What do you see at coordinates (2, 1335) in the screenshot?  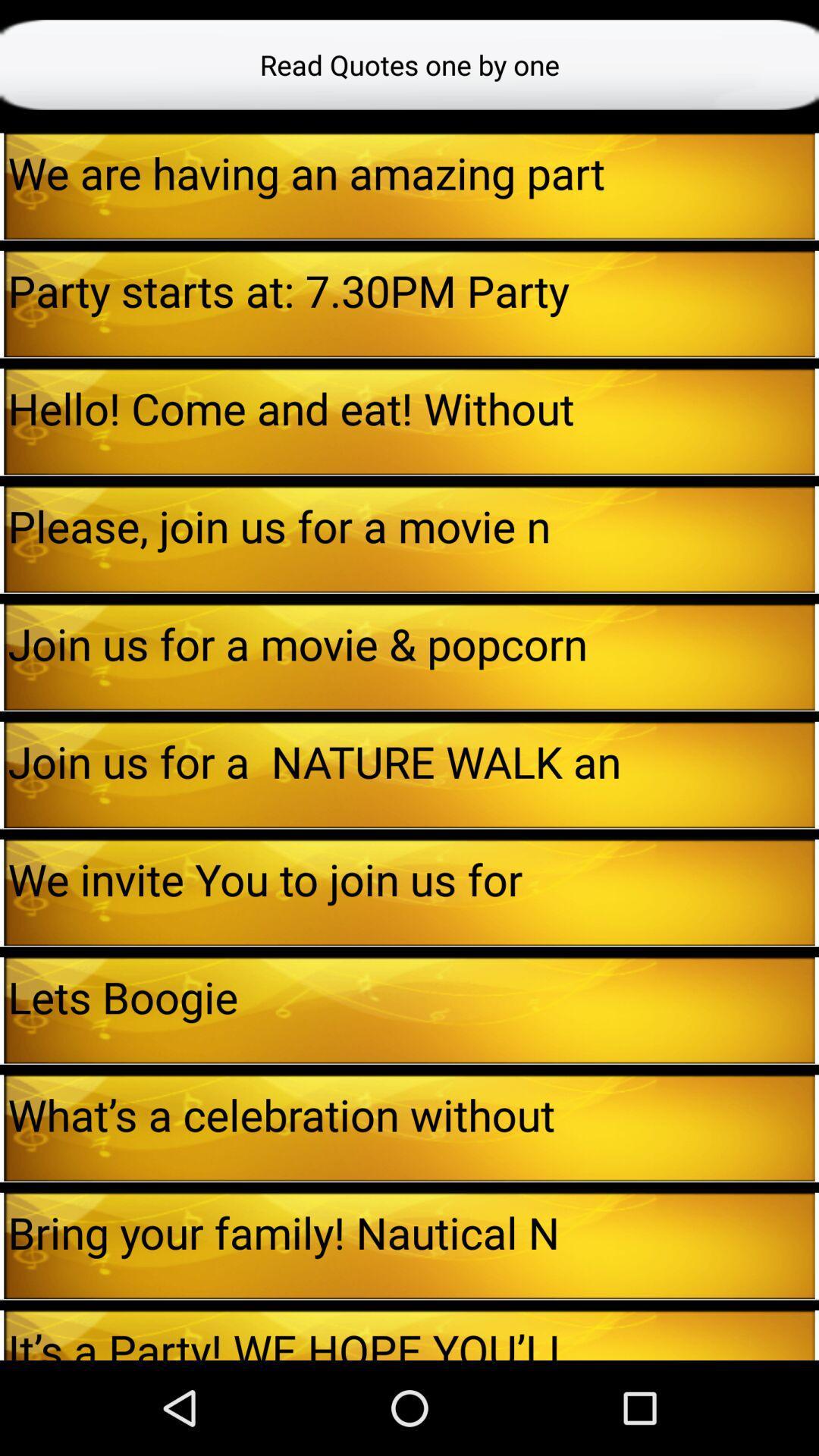 I see `item to the left of the it s a app` at bounding box center [2, 1335].